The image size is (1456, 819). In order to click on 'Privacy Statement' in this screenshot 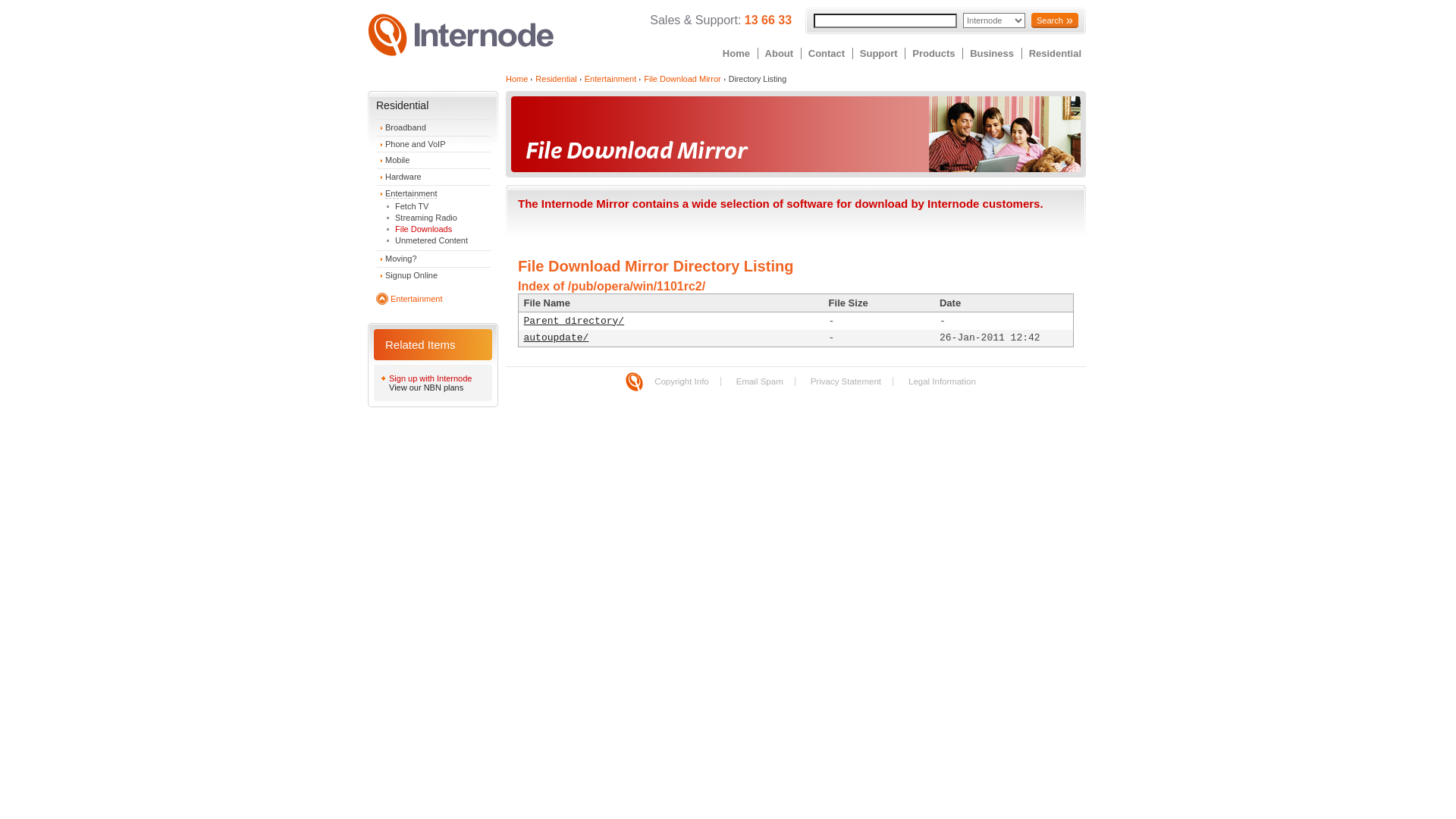, I will do `click(845, 380)`.